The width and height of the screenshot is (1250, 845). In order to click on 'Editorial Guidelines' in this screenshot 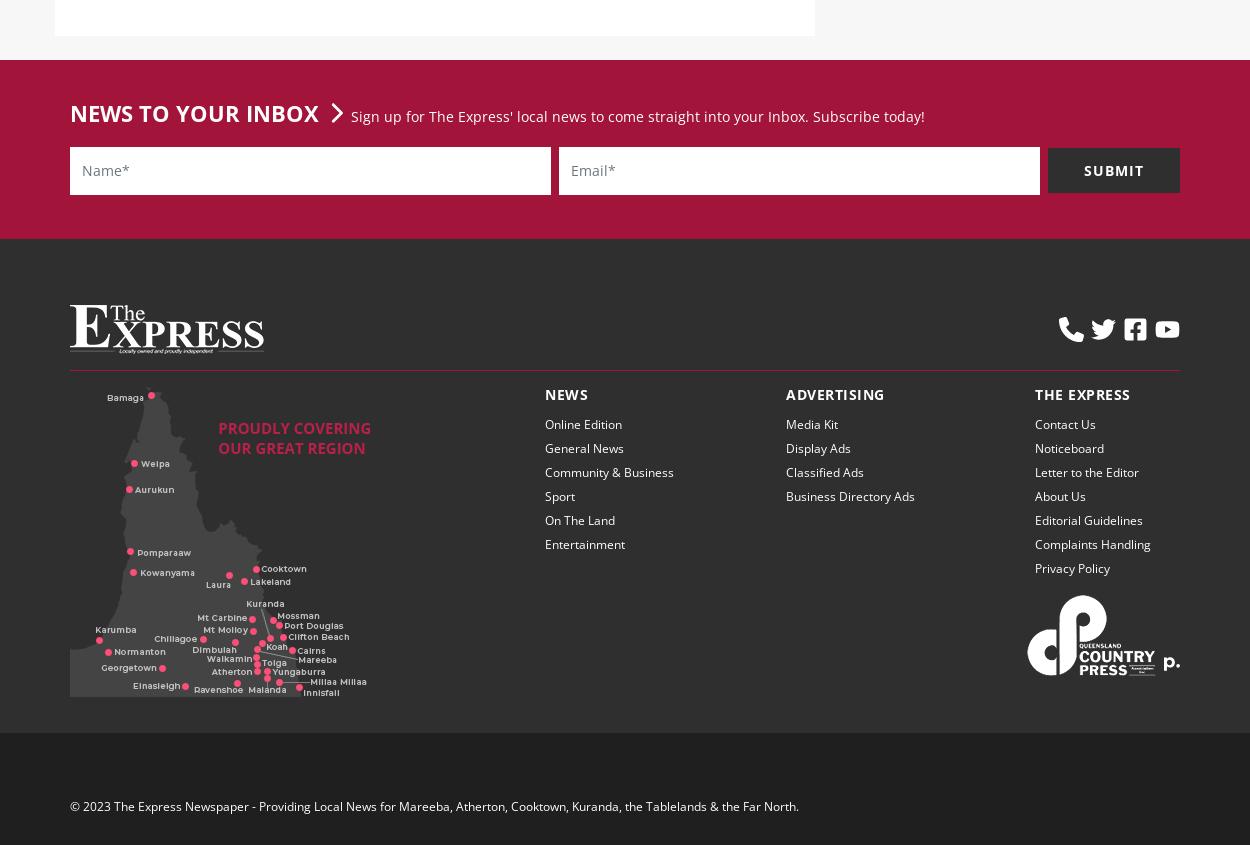, I will do `click(1088, 535)`.